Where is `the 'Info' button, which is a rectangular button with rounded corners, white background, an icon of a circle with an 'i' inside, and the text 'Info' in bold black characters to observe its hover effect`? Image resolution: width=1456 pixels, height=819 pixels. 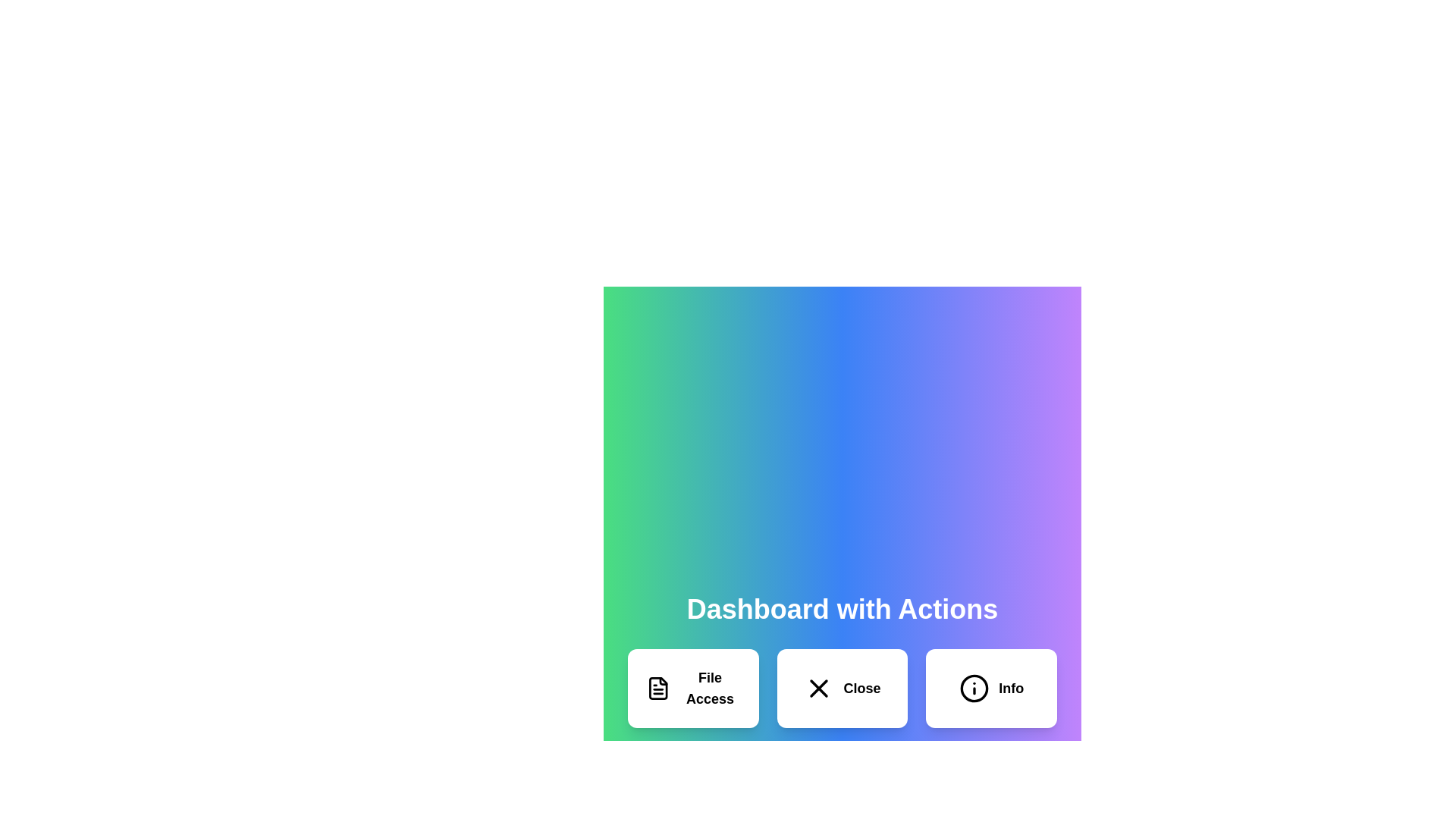
the 'Info' button, which is a rectangular button with rounded corners, white background, an icon of a circle with an 'i' inside, and the text 'Info' in bold black characters to observe its hover effect is located at coordinates (991, 688).